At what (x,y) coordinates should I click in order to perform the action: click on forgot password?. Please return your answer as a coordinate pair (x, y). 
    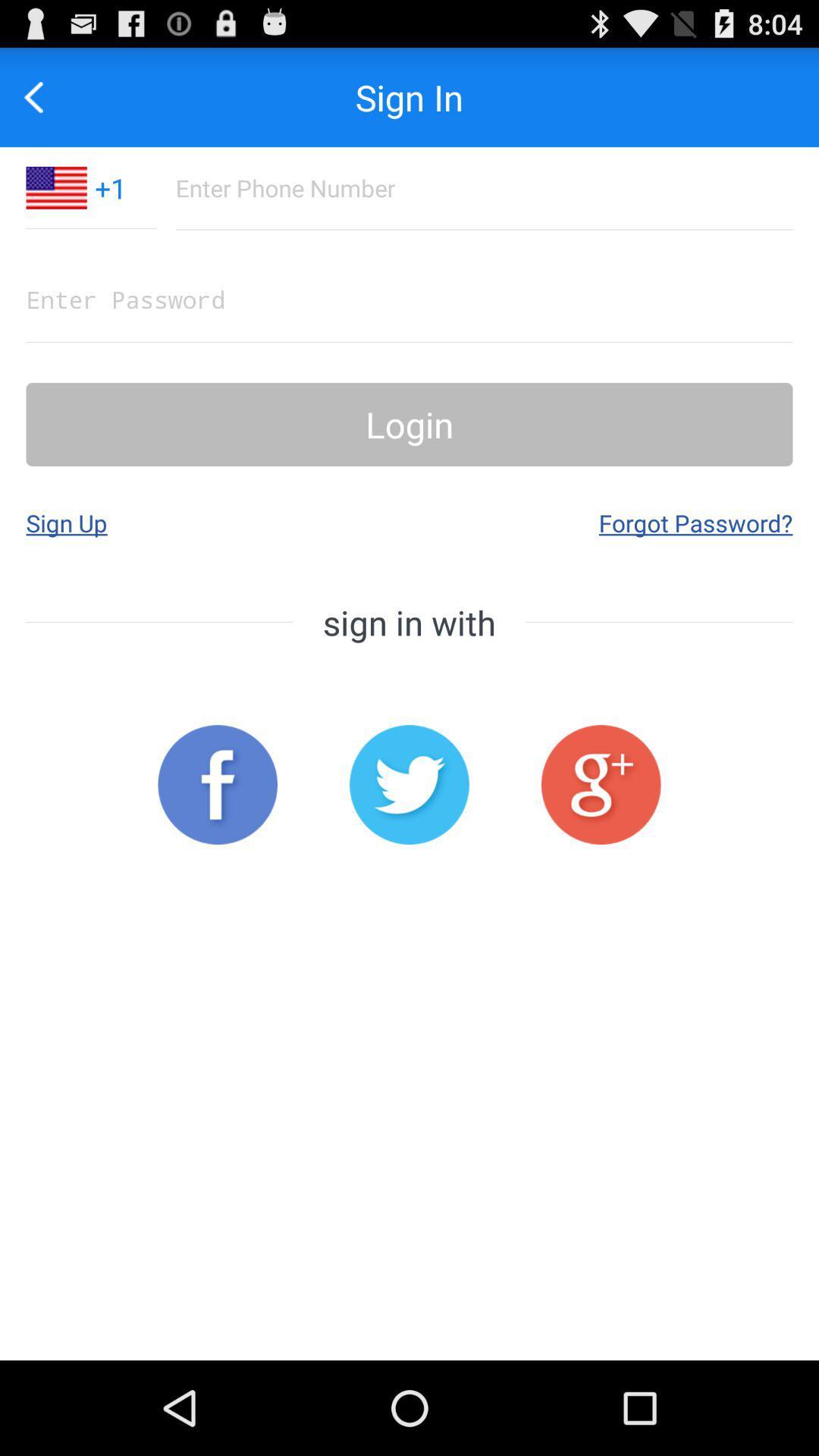
    Looking at the image, I should click on (695, 522).